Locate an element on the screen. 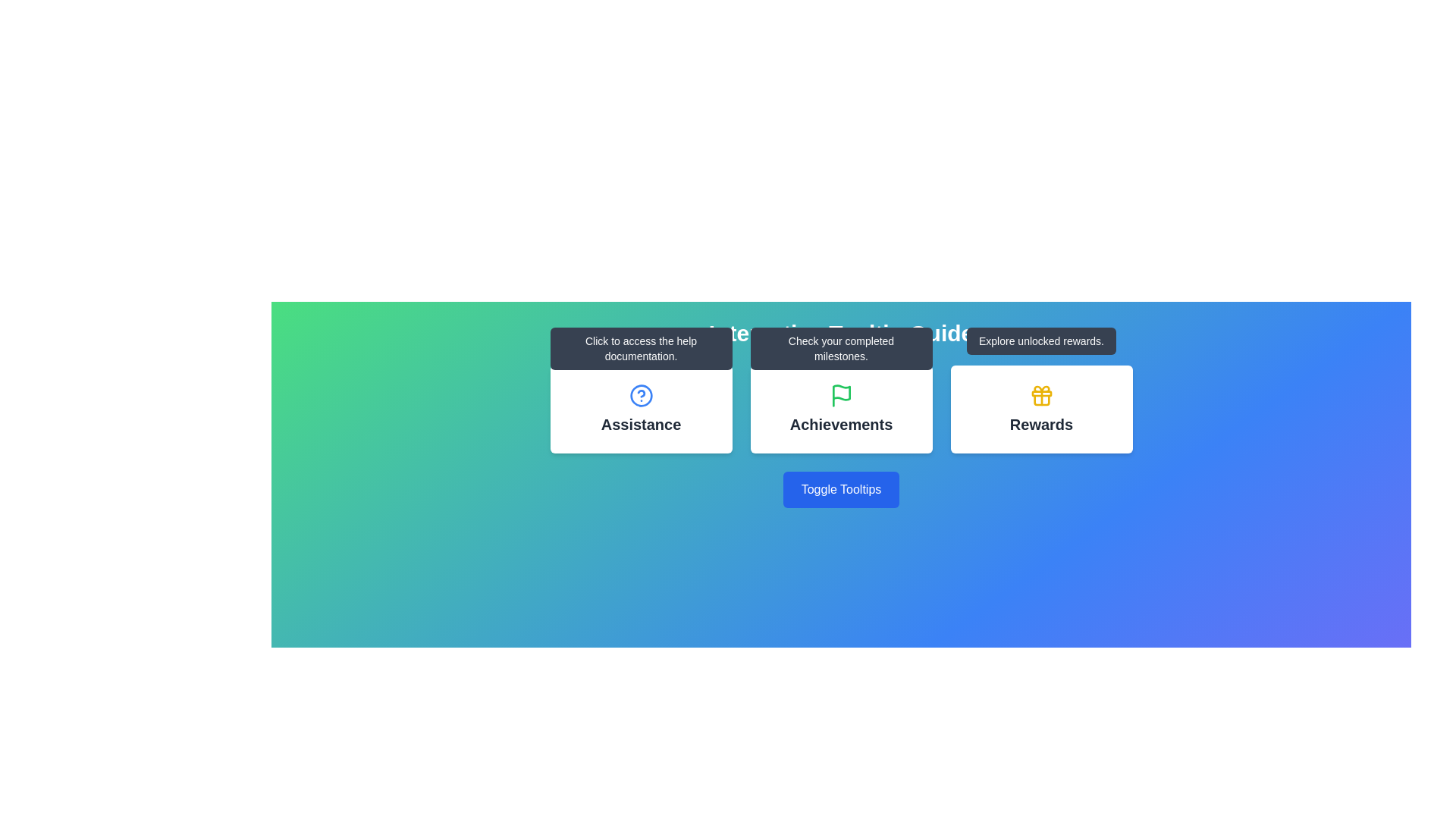  the 'Assistance' static text label located at the bottom of the leftmost card in a row of three, which provides a descriptor for the card's purpose is located at coordinates (641, 424).